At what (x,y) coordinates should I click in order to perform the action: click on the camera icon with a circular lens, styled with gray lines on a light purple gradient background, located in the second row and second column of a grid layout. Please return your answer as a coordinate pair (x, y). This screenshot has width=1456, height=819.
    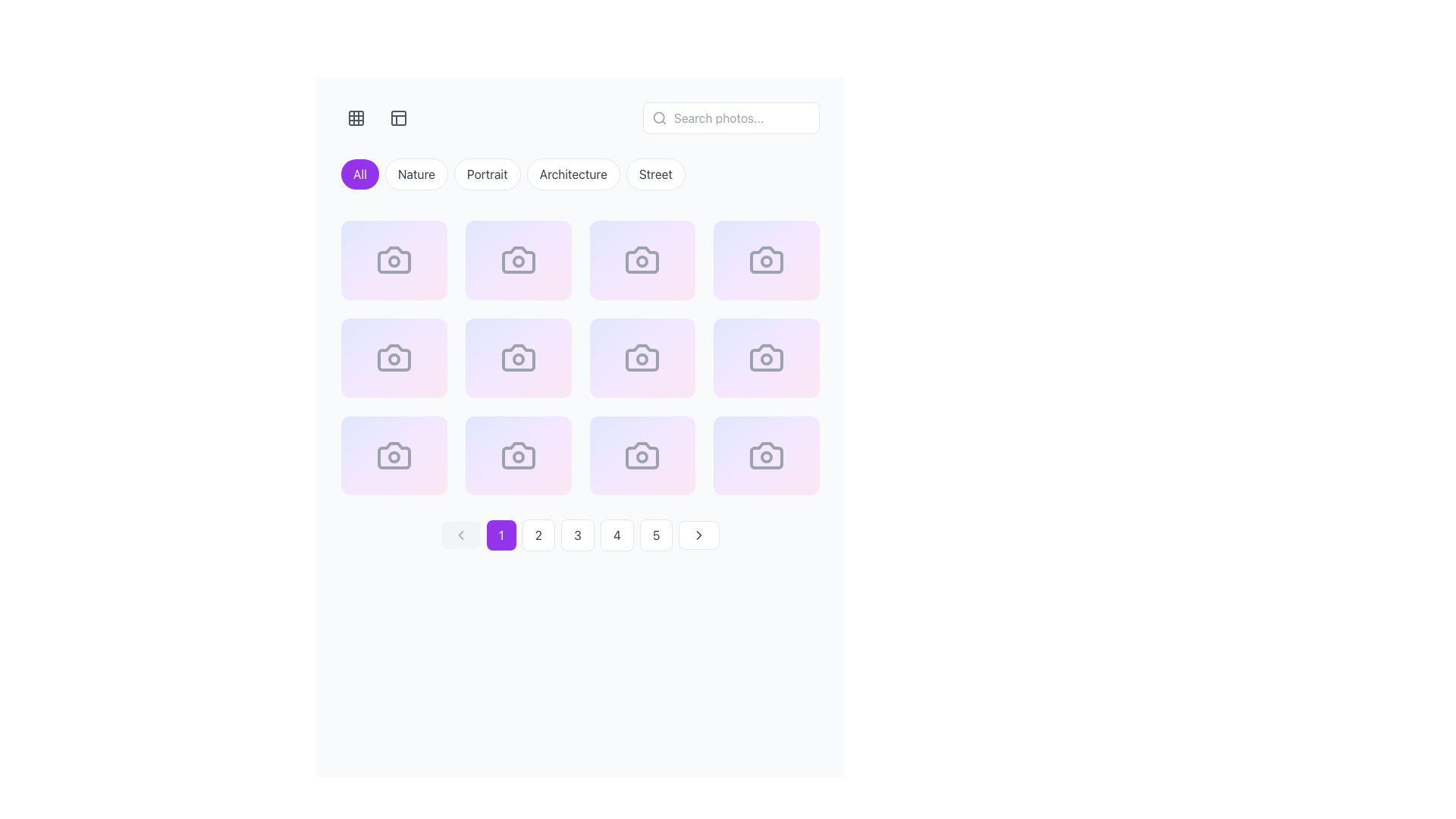
    Looking at the image, I should click on (518, 358).